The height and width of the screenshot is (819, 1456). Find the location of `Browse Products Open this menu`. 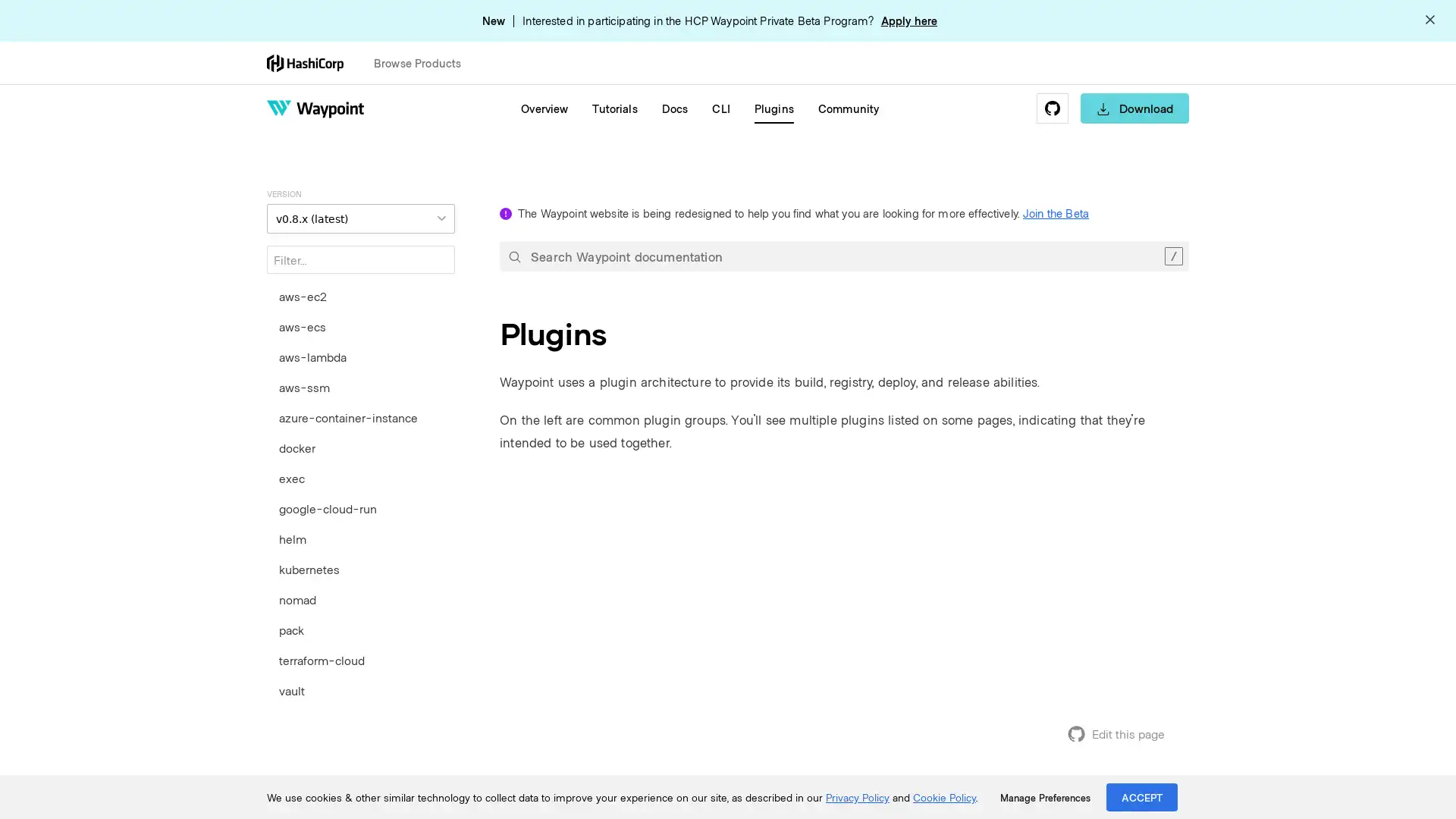

Browse Products Open this menu is located at coordinates (424, 62).